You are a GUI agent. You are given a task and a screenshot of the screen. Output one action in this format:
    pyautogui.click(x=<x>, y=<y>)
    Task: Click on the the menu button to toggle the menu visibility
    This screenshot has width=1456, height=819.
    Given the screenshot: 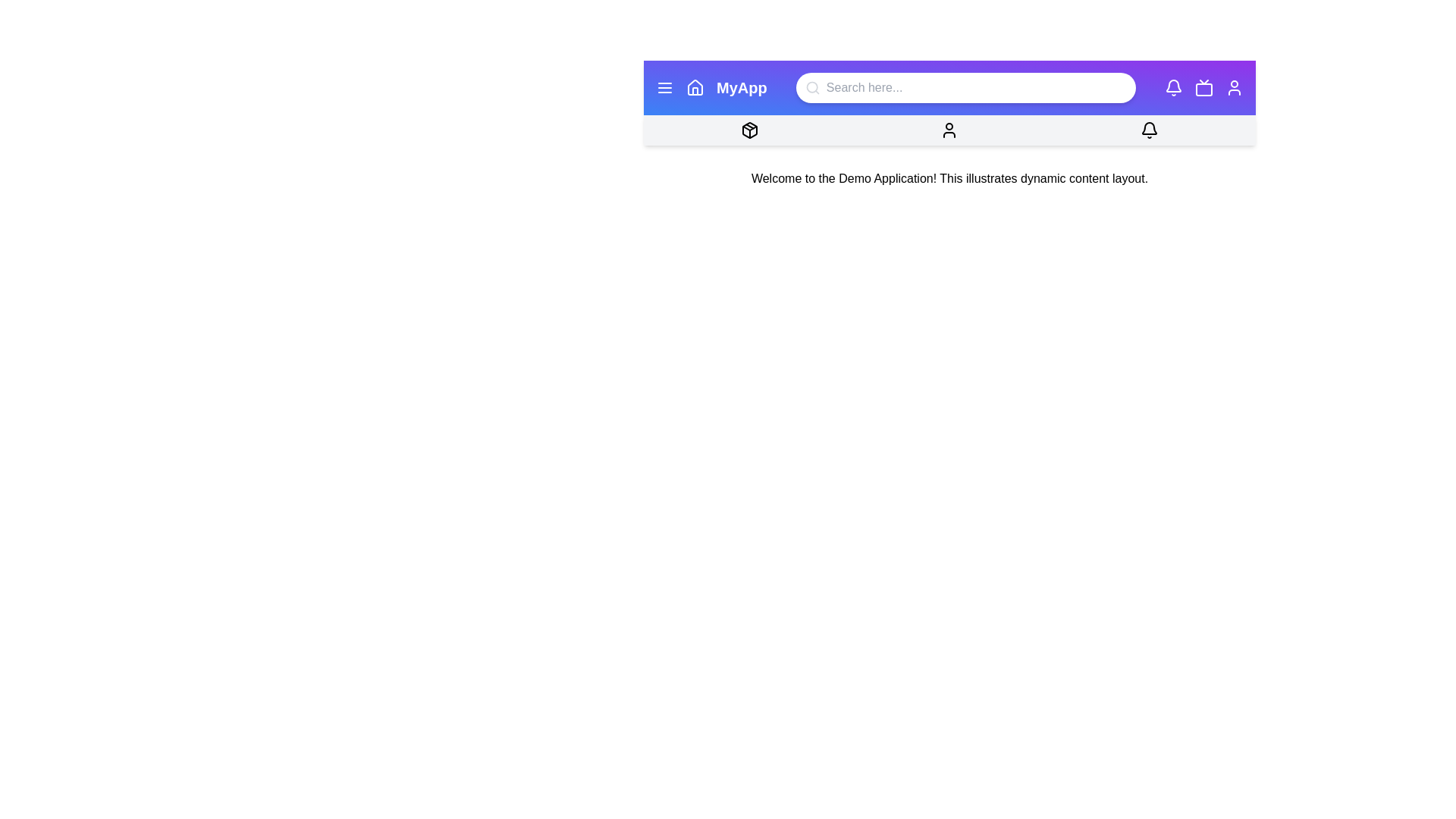 What is the action you would take?
    pyautogui.click(x=665, y=87)
    